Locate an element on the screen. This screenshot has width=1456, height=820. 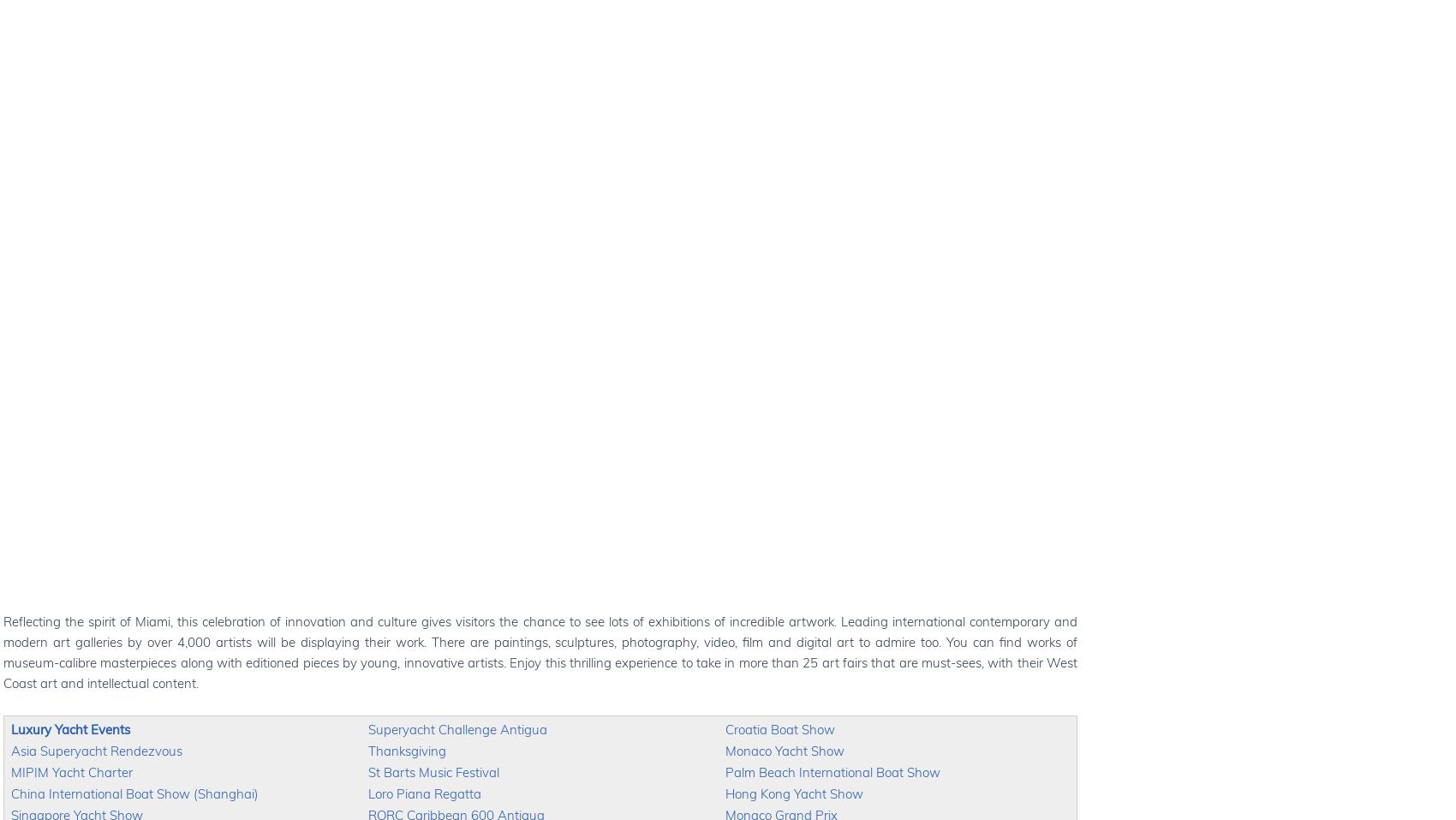
'Thanksgiving' is located at coordinates (367, 751).